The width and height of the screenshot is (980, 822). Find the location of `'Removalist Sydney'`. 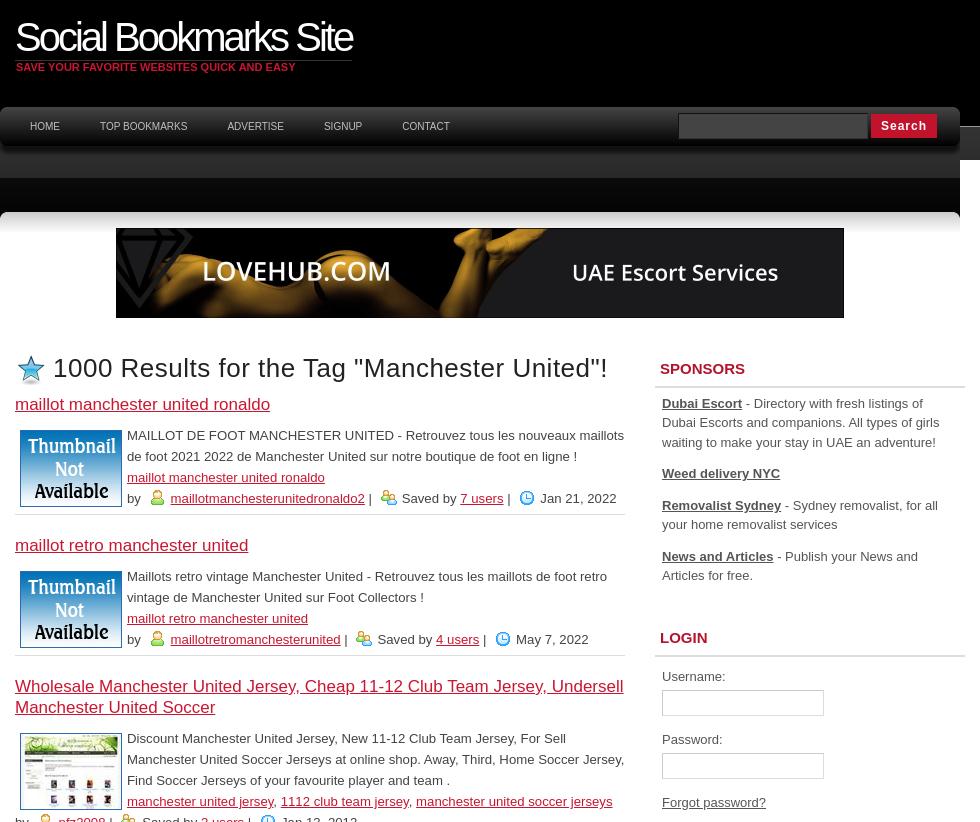

'Removalist Sydney' is located at coordinates (721, 503).